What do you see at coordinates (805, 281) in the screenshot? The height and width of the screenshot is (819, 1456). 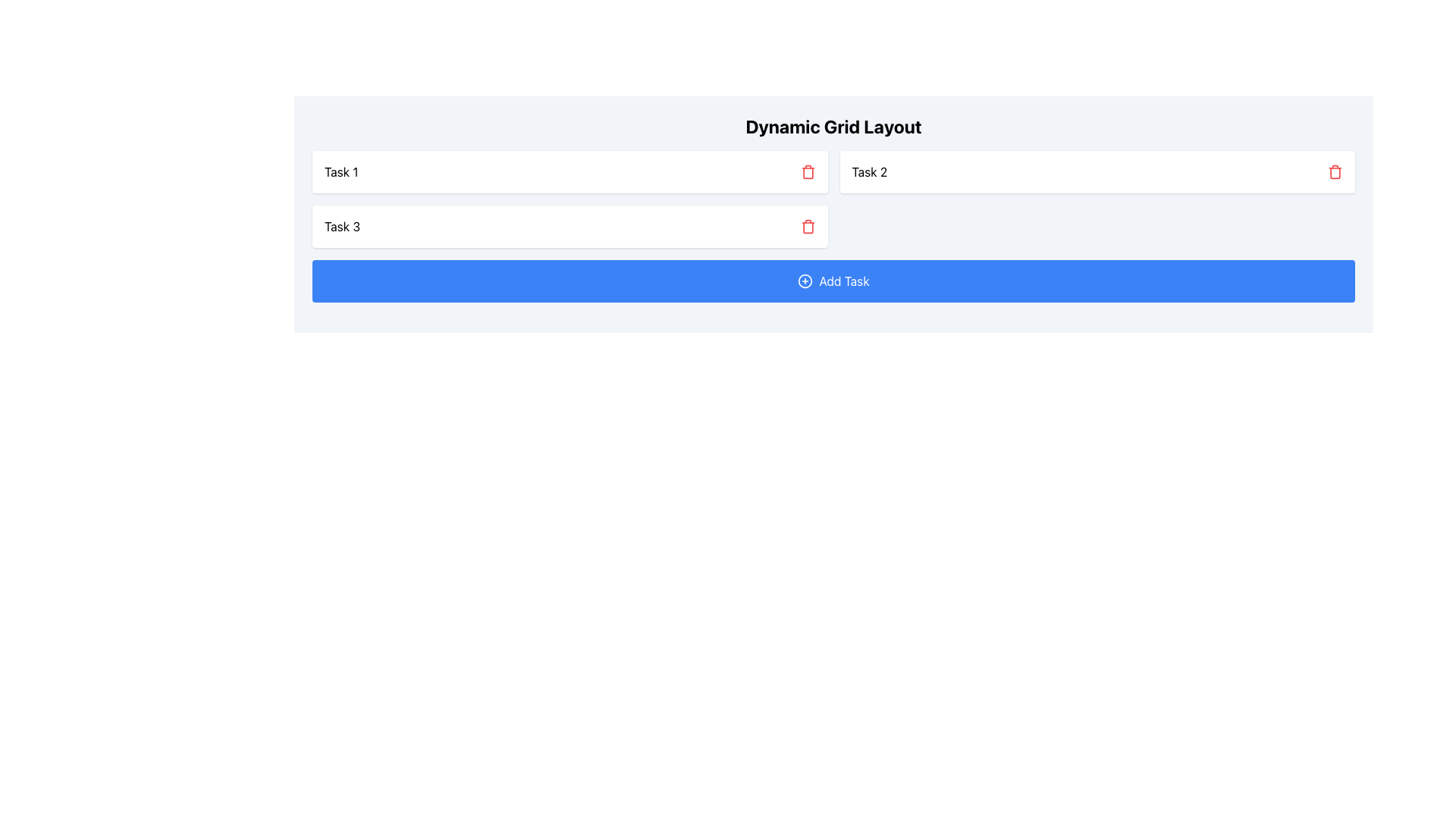 I see `the circular icon within the 'Add Task' button located at the bottom section of the interface` at bounding box center [805, 281].